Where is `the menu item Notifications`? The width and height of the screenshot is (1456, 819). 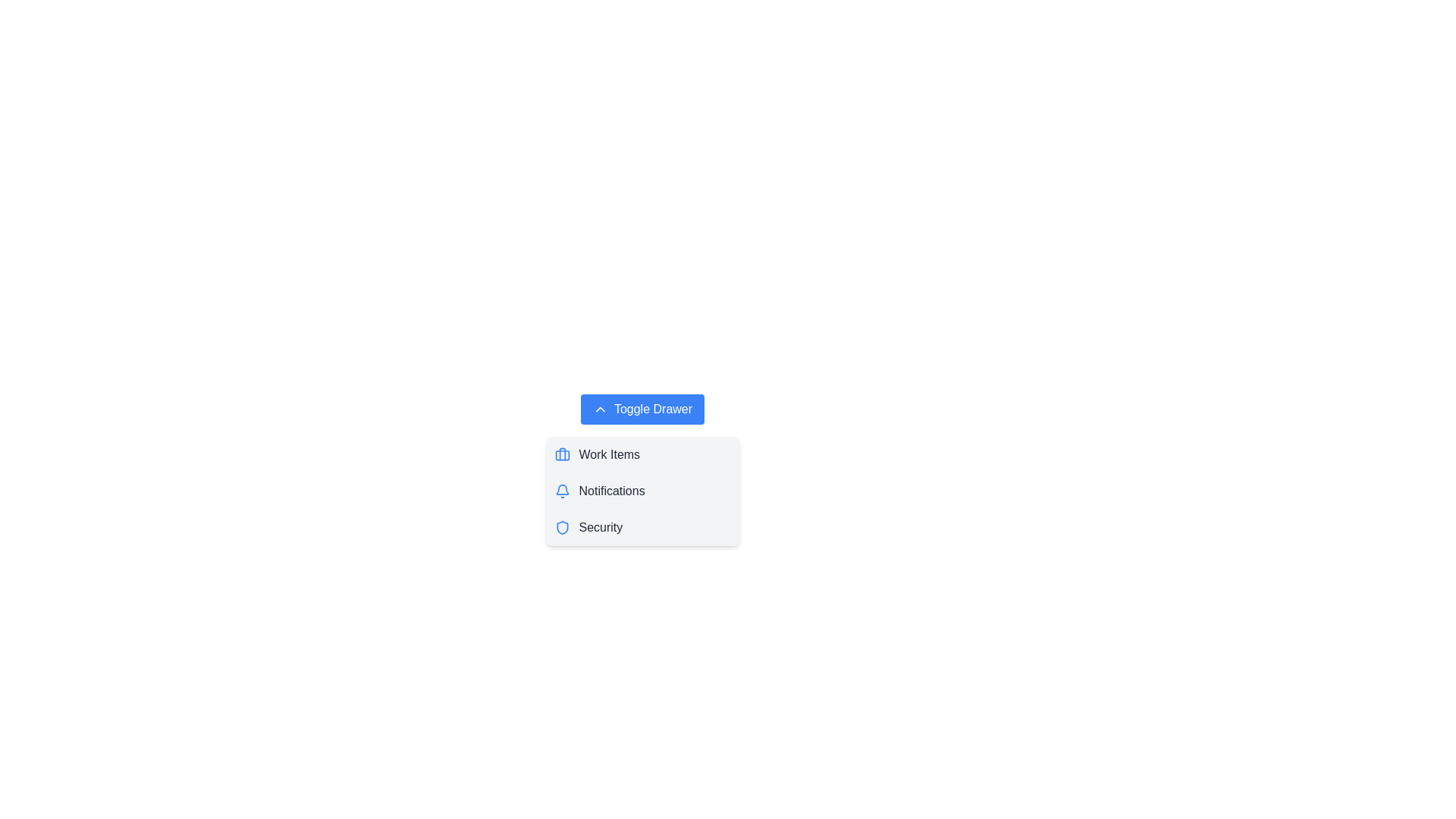 the menu item Notifications is located at coordinates (642, 491).